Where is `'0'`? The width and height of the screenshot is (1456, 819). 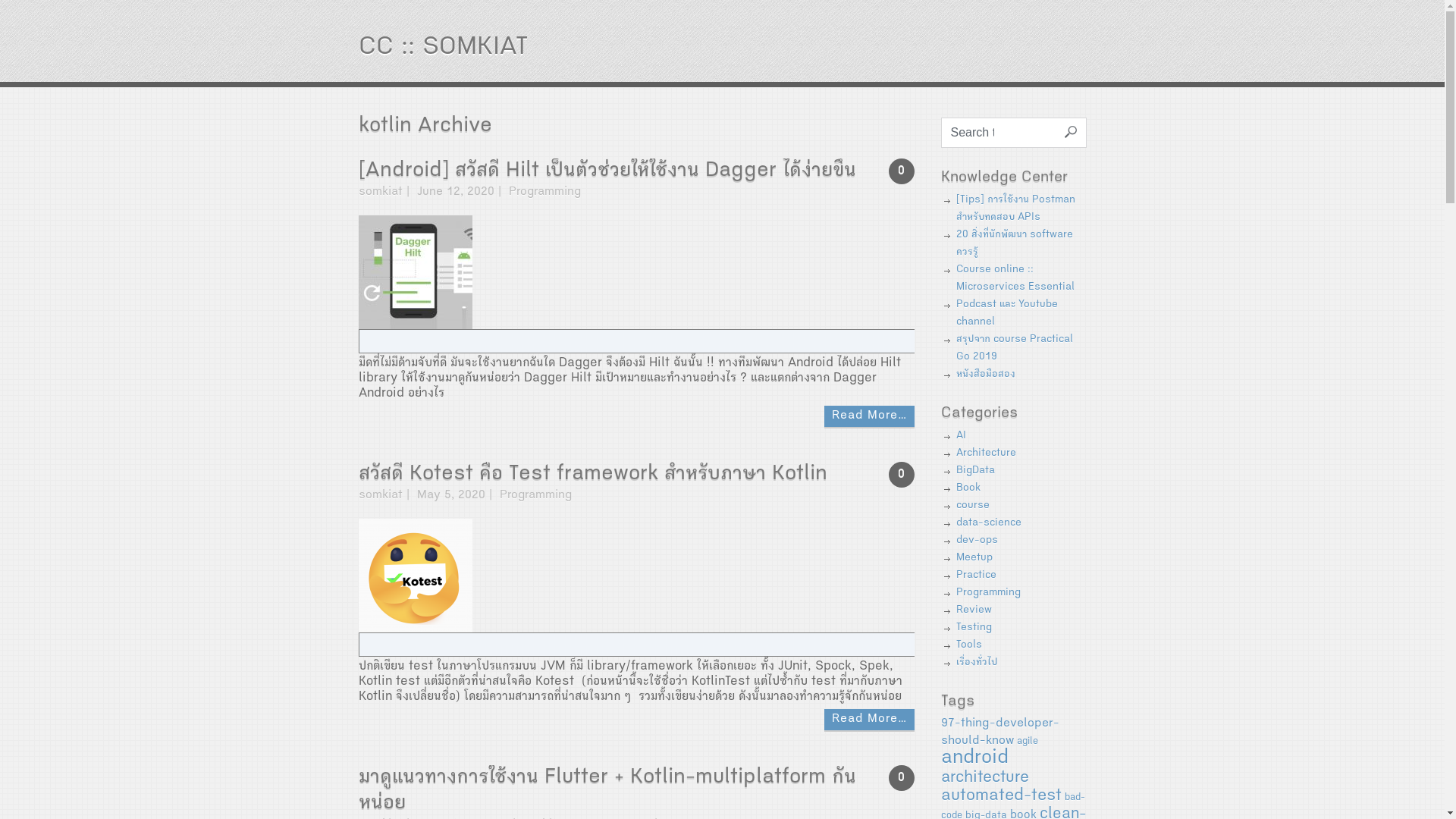
'0' is located at coordinates (902, 171).